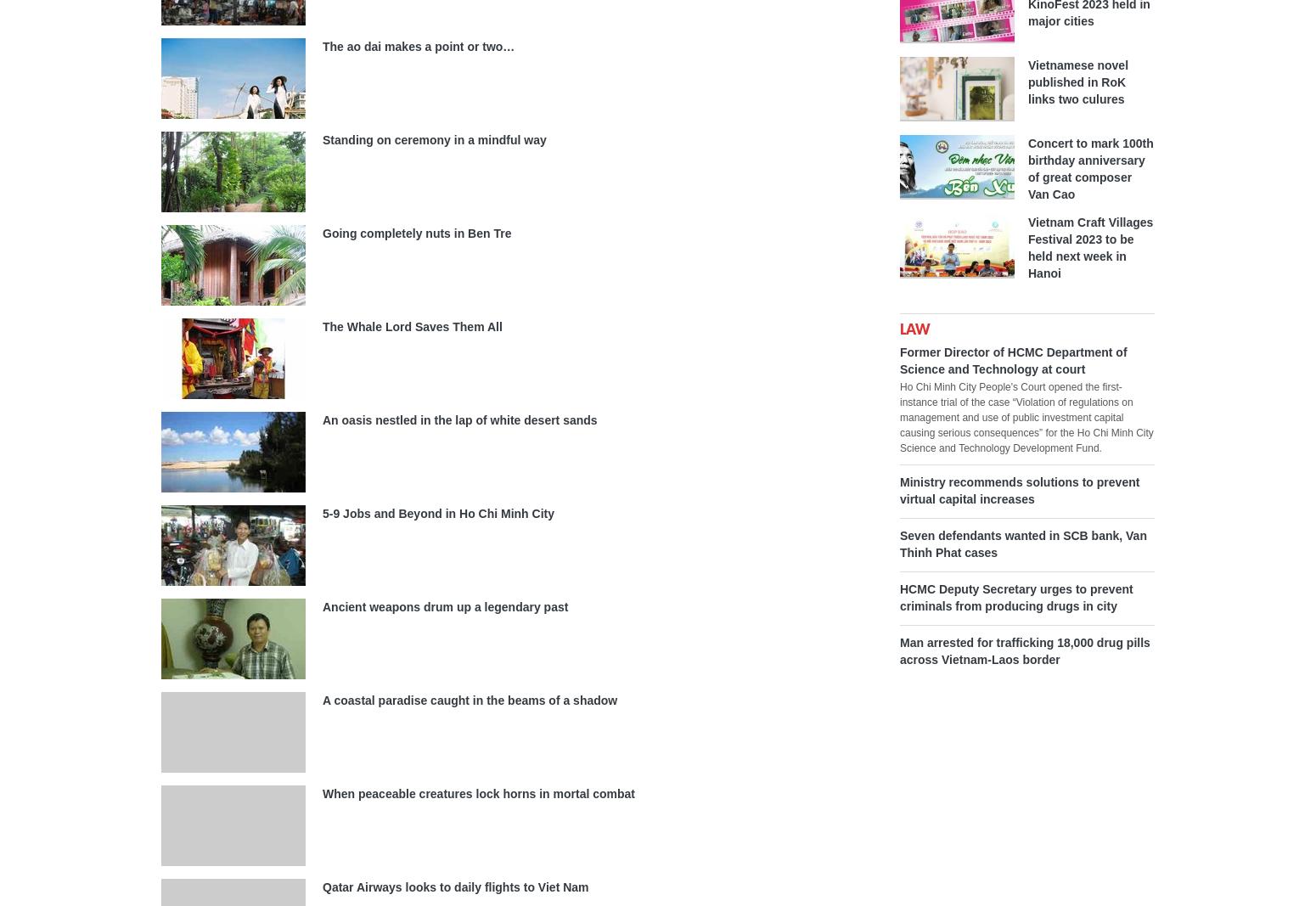  What do you see at coordinates (1077, 81) in the screenshot?
I see `'Vietnamese novel published in RoK links two culures'` at bounding box center [1077, 81].